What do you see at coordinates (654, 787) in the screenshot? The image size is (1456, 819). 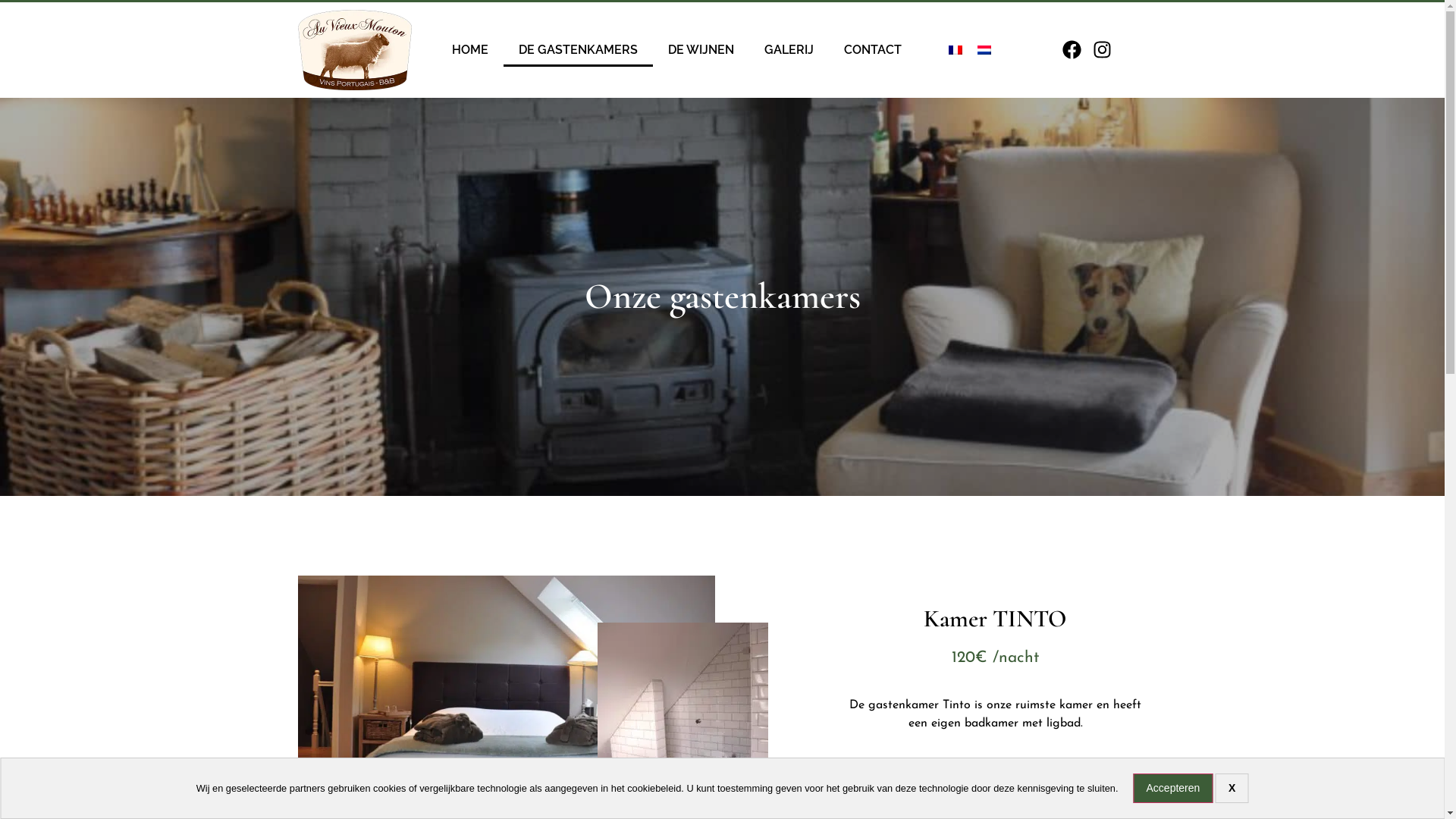 I see `'cookiebeleid'` at bounding box center [654, 787].